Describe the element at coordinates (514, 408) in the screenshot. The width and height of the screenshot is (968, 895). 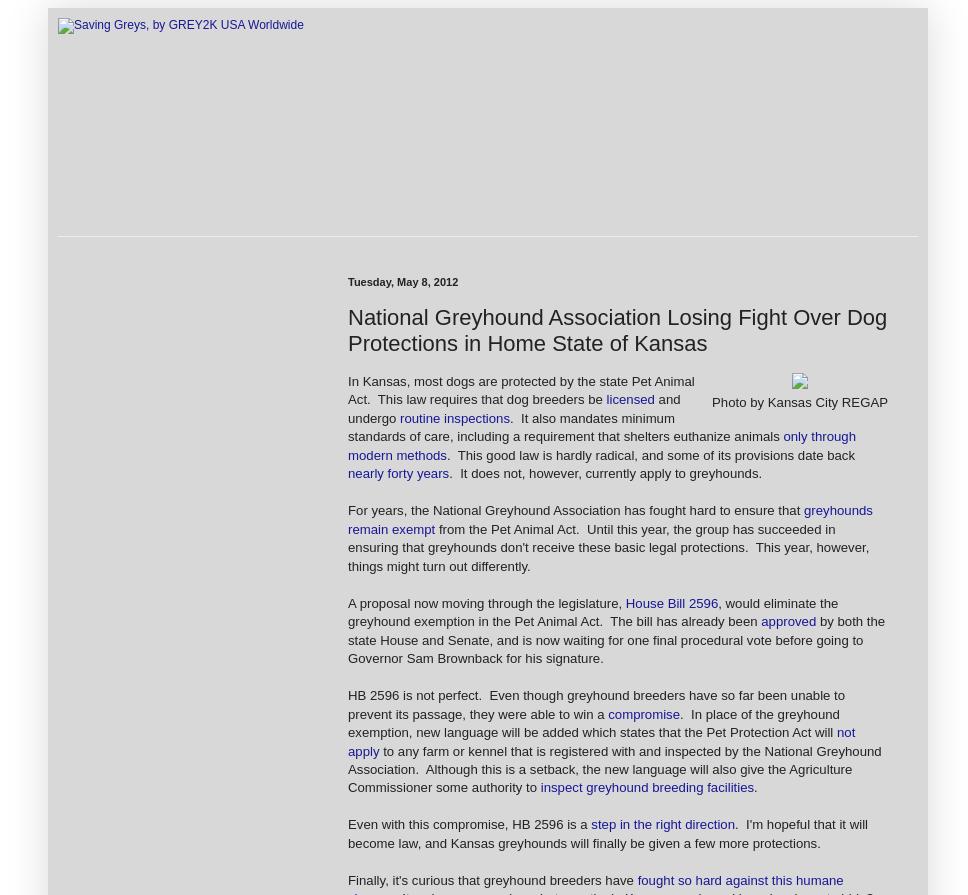
I see `'and undergo'` at that location.